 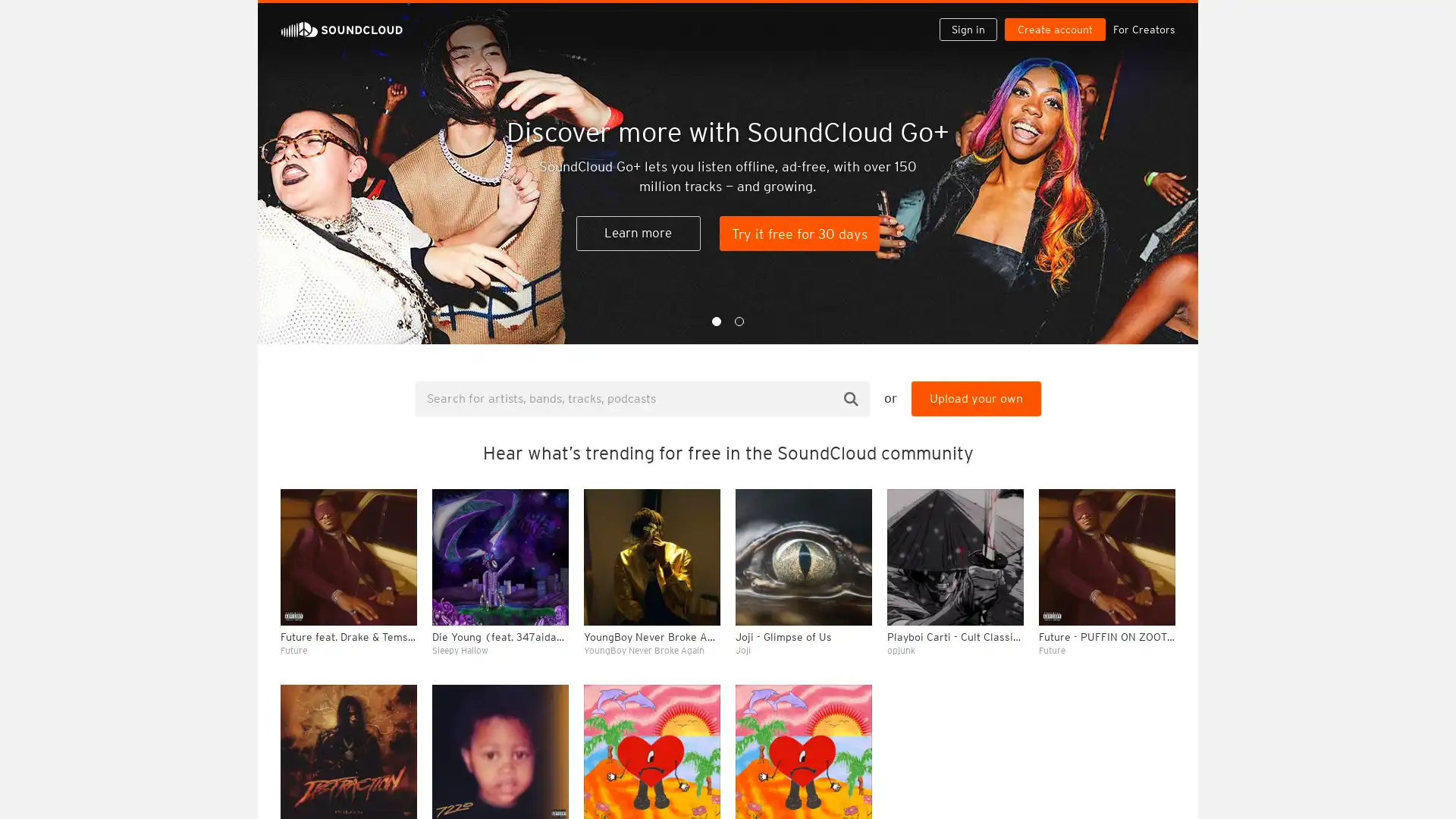 What do you see at coordinates (1054, 29) in the screenshot?
I see `Create a SoundCloud account` at bounding box center [1054, 29].